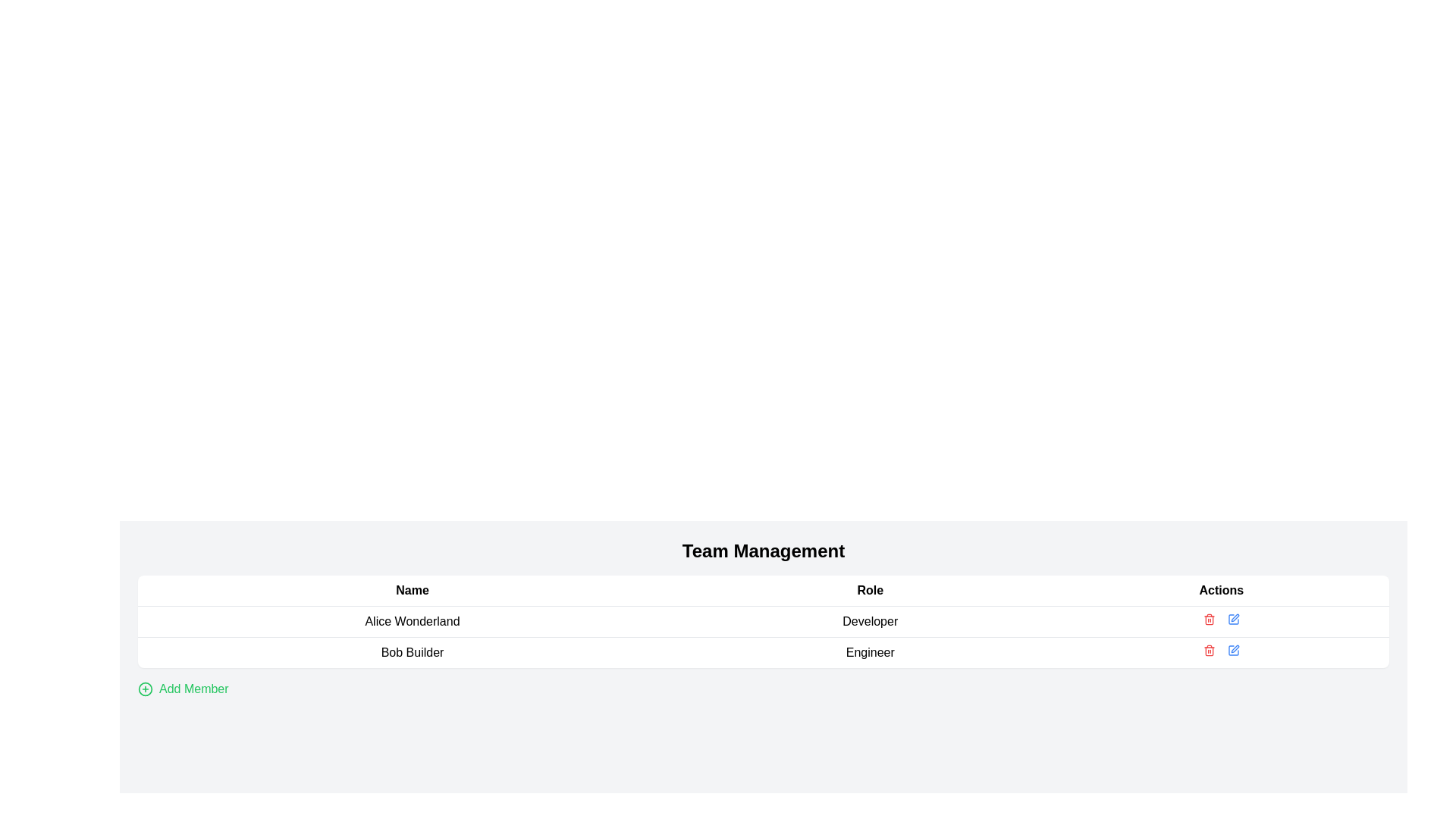  Describe the element at coordinates (870, 651) in the screenshot. I see `the Static label displaying the text 'Engineer' located in the second row and second column of the table under the 'Role' header` at that location.